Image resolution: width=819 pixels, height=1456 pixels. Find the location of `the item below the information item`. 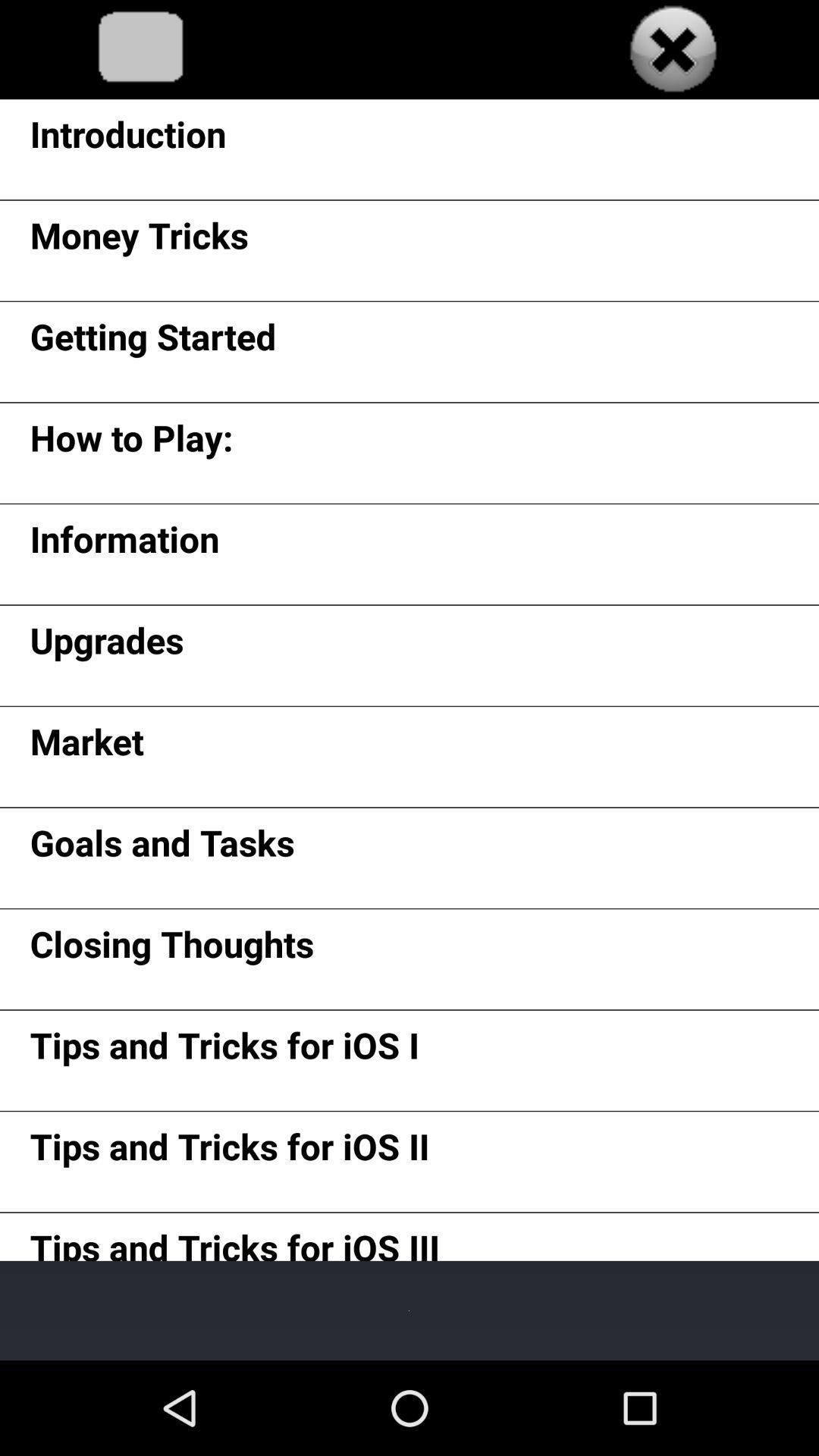

the item below the information item is located at coordinates (106, 645).